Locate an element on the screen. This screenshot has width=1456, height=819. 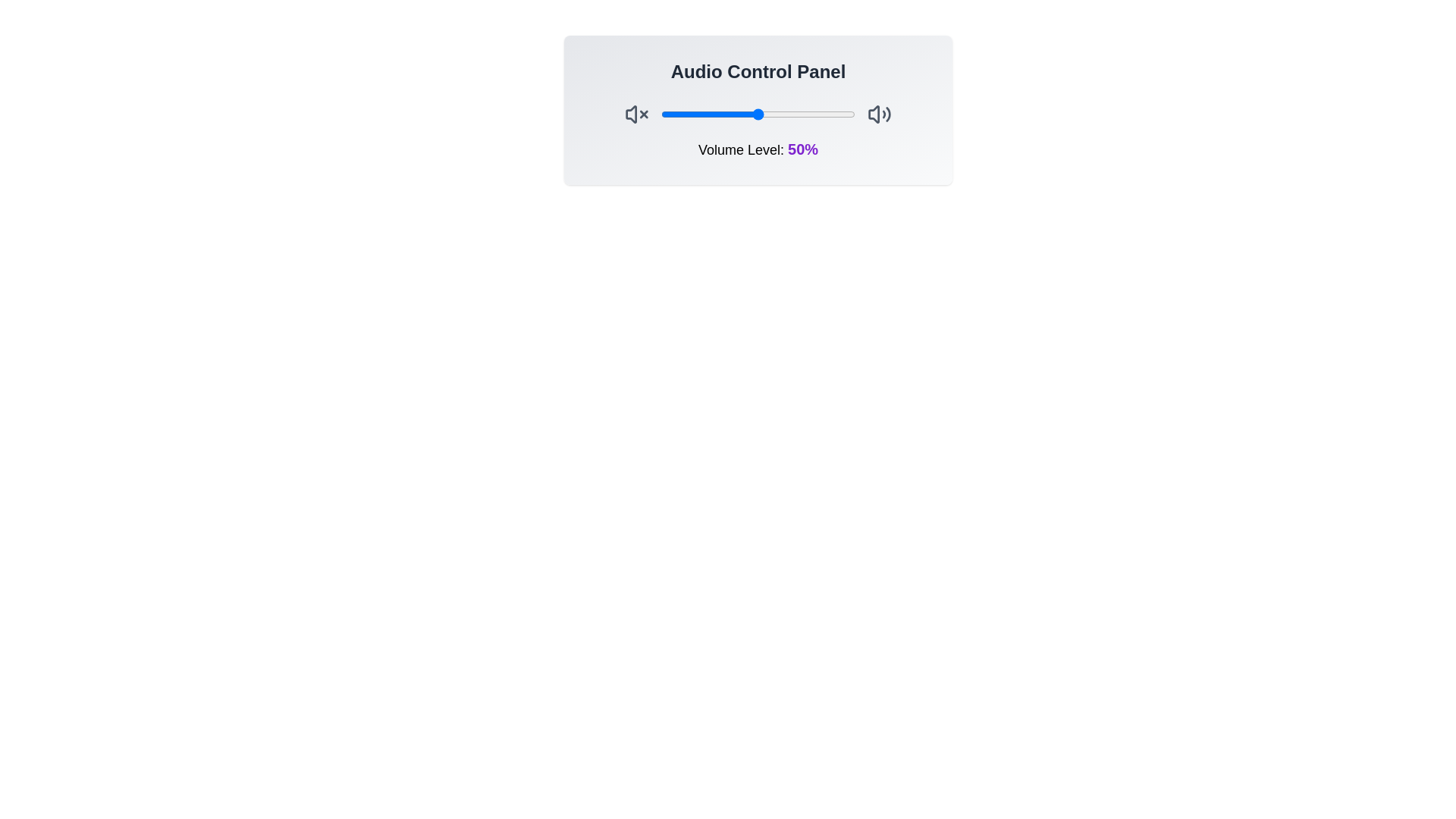
volume is located at coordinates (845, 113).